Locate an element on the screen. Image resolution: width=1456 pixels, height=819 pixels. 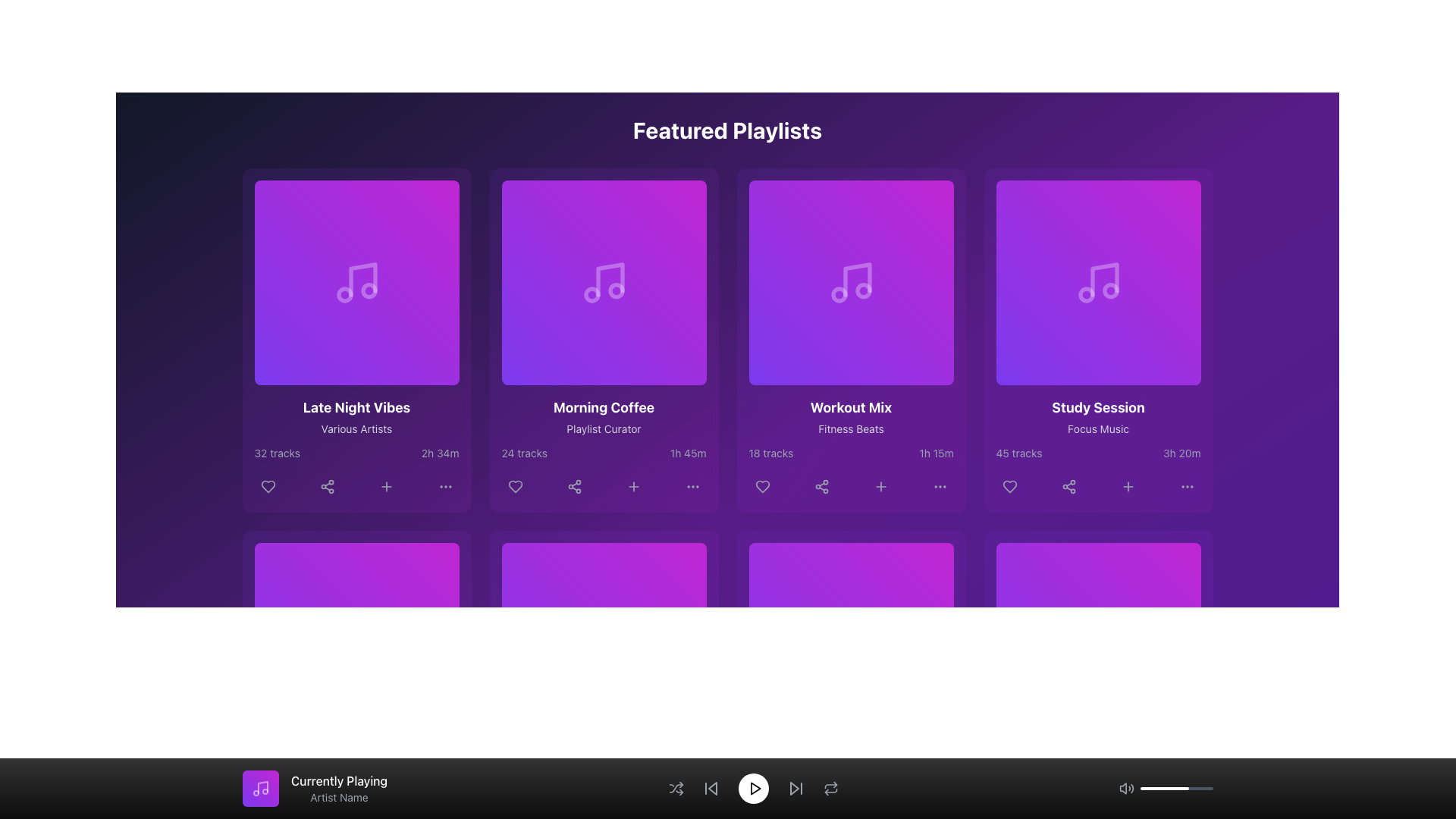
the share button, which is the second interactive icon under the 'Workout Mix' playlist card is located at coordinates (821, 486).